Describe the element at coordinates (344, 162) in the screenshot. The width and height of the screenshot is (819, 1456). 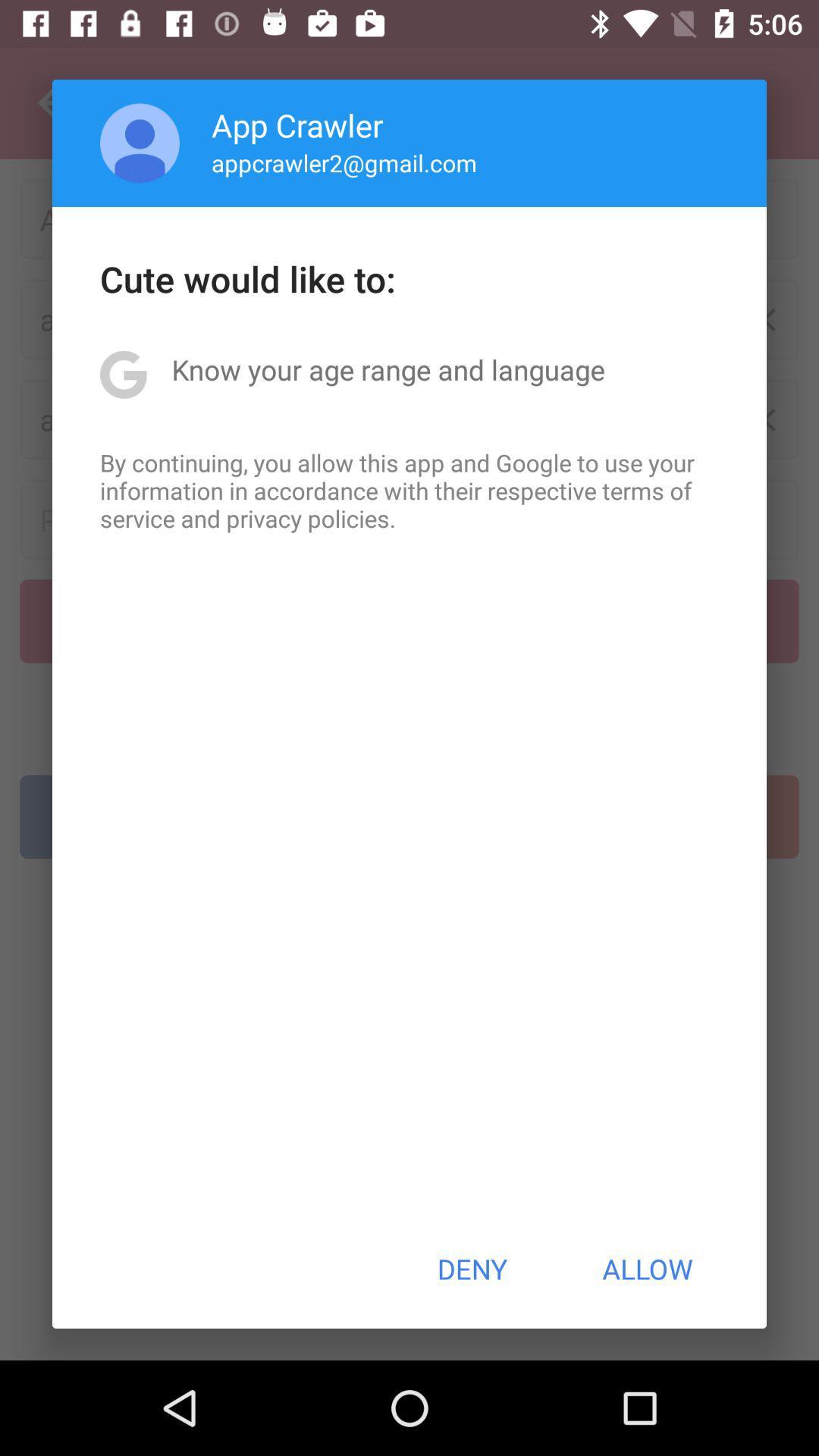
I see `item below app crawler` at that location.